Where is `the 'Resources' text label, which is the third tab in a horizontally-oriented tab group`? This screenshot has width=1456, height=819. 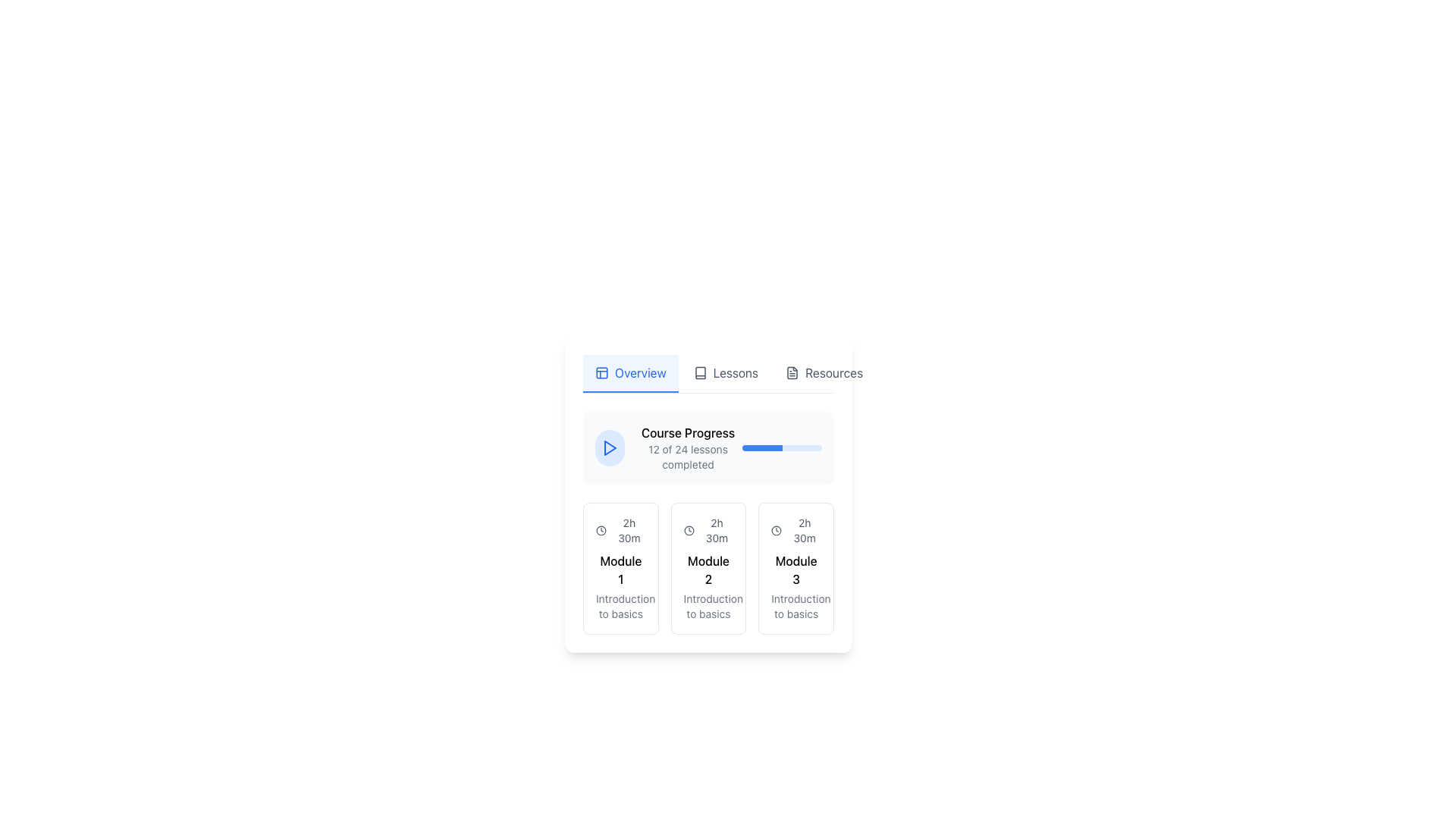 the 'Resources' text label, which is the third tab in a horizontally-oriented tab group is located at coordinates (833, 373).